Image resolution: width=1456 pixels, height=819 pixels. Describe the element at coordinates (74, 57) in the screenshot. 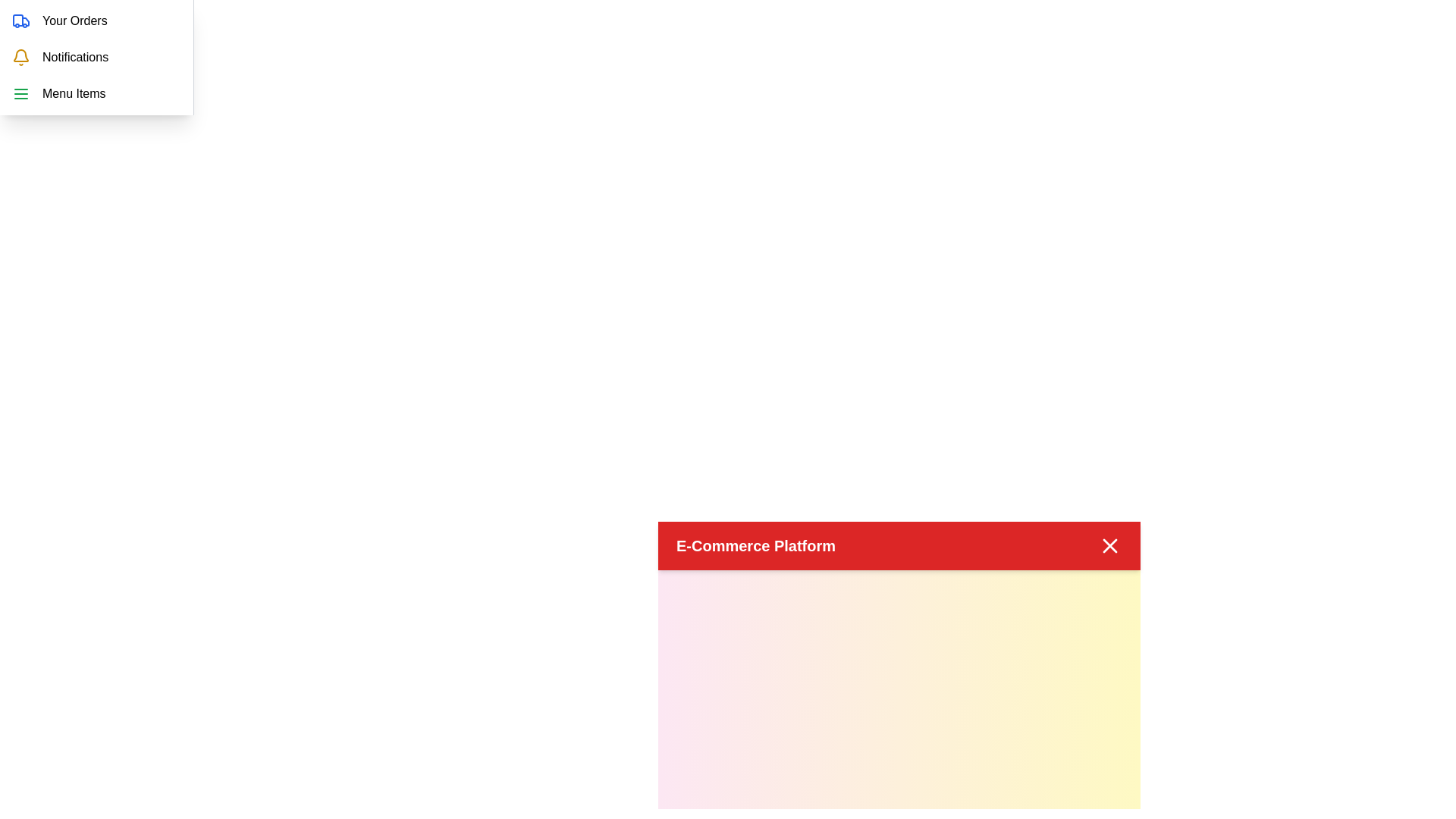

I see `text label displaying 'Notifications' which is styled in black font and positioned below 'Your Orders' and above 'Menu Items', adjacent to a yellow bell icon` at that location.